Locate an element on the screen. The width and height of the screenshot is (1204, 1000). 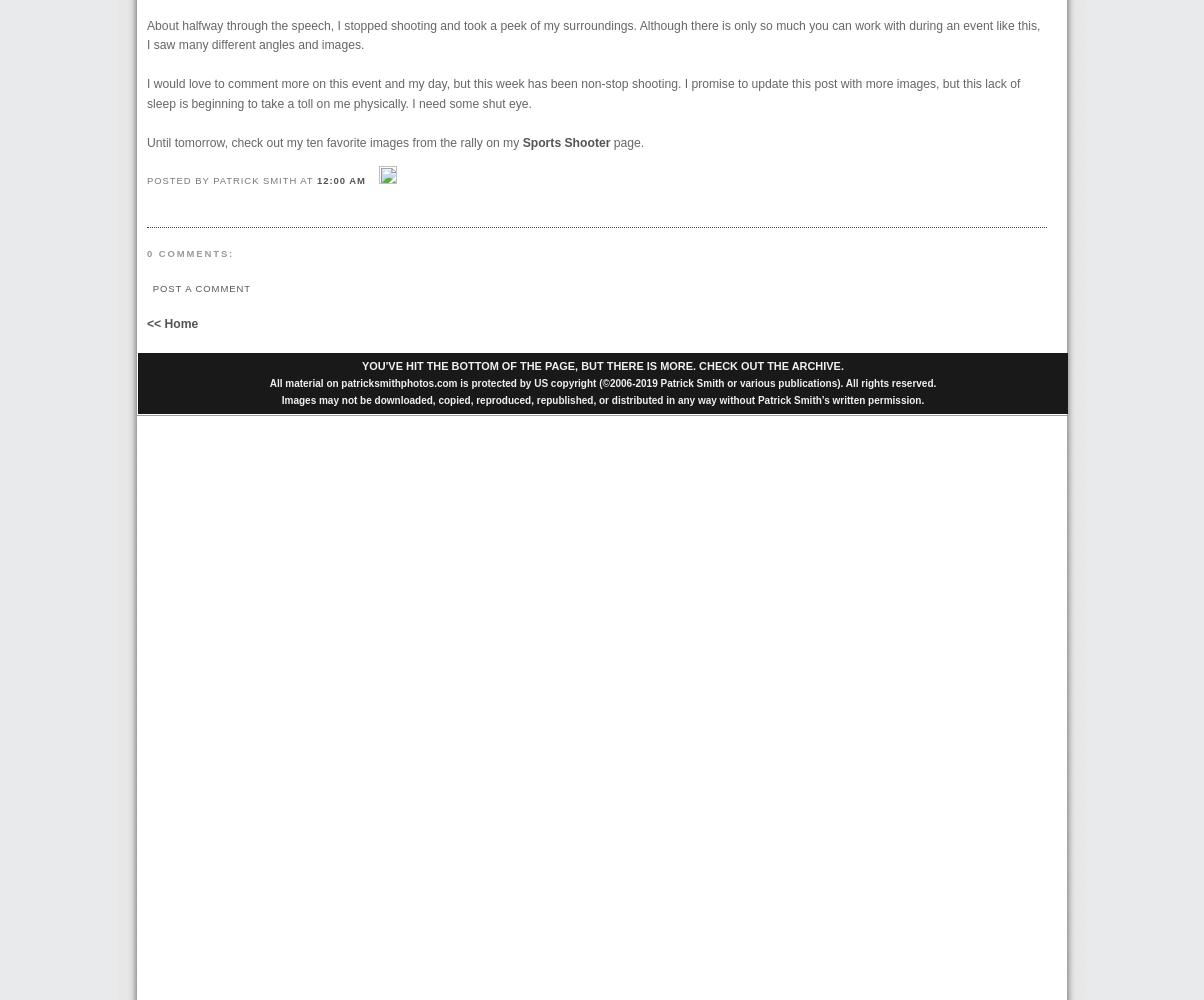
'<< Home' is located at coordinates (147, 323).